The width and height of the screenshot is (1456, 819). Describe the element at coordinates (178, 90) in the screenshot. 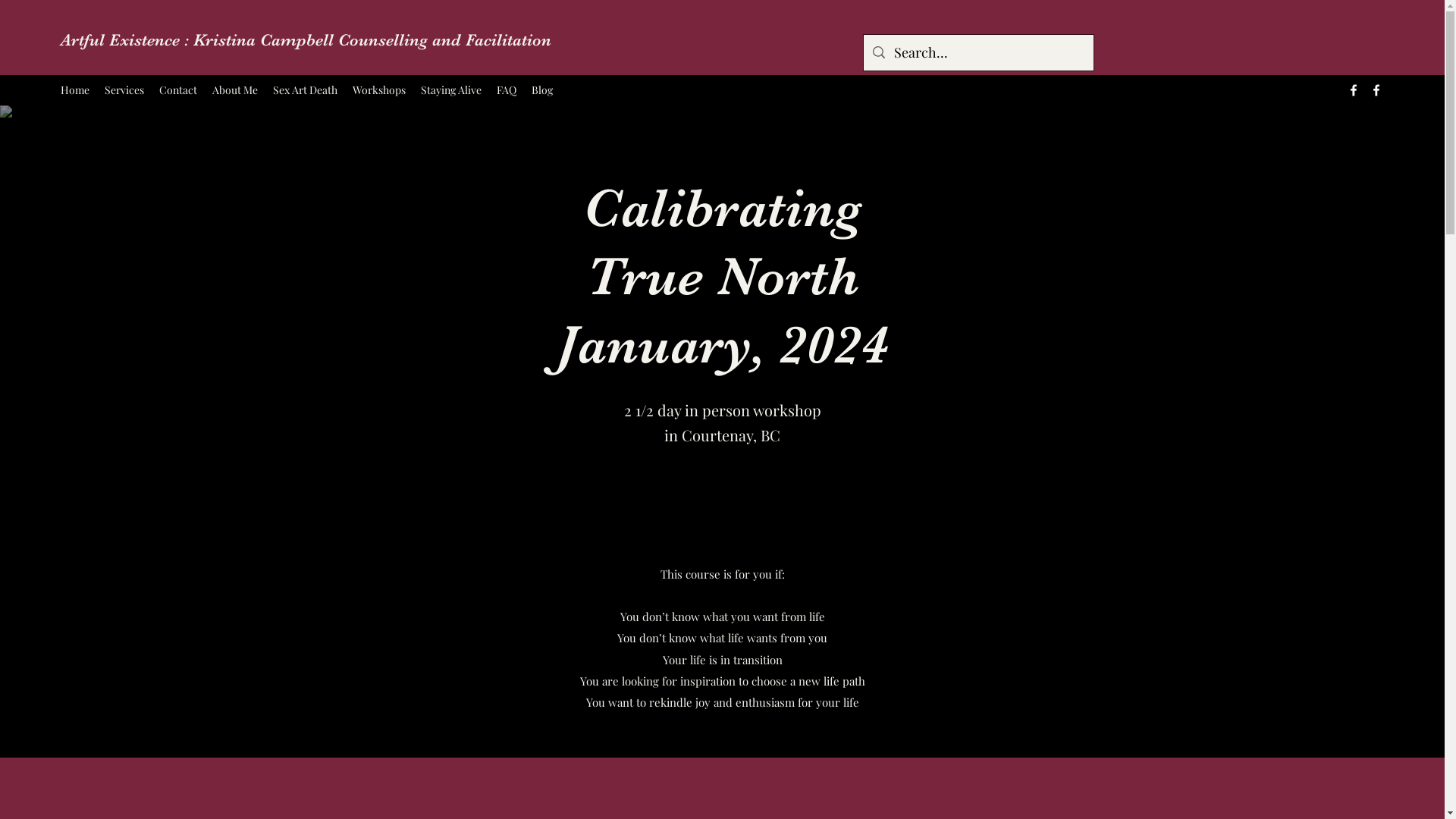

I see `'Contact'` at that location.